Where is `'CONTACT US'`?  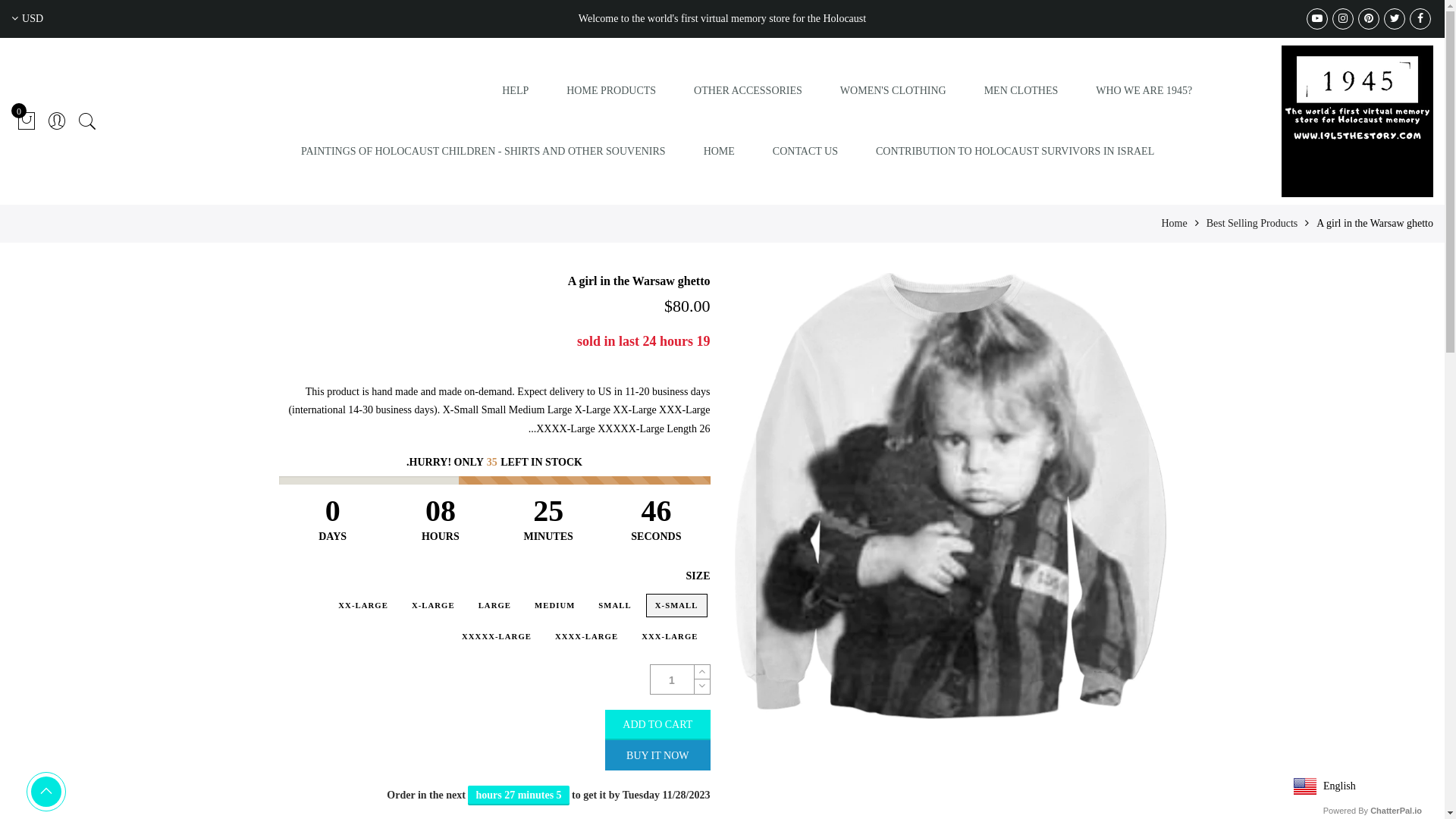 'CONTACT US' is located at coordinates (804, 151).